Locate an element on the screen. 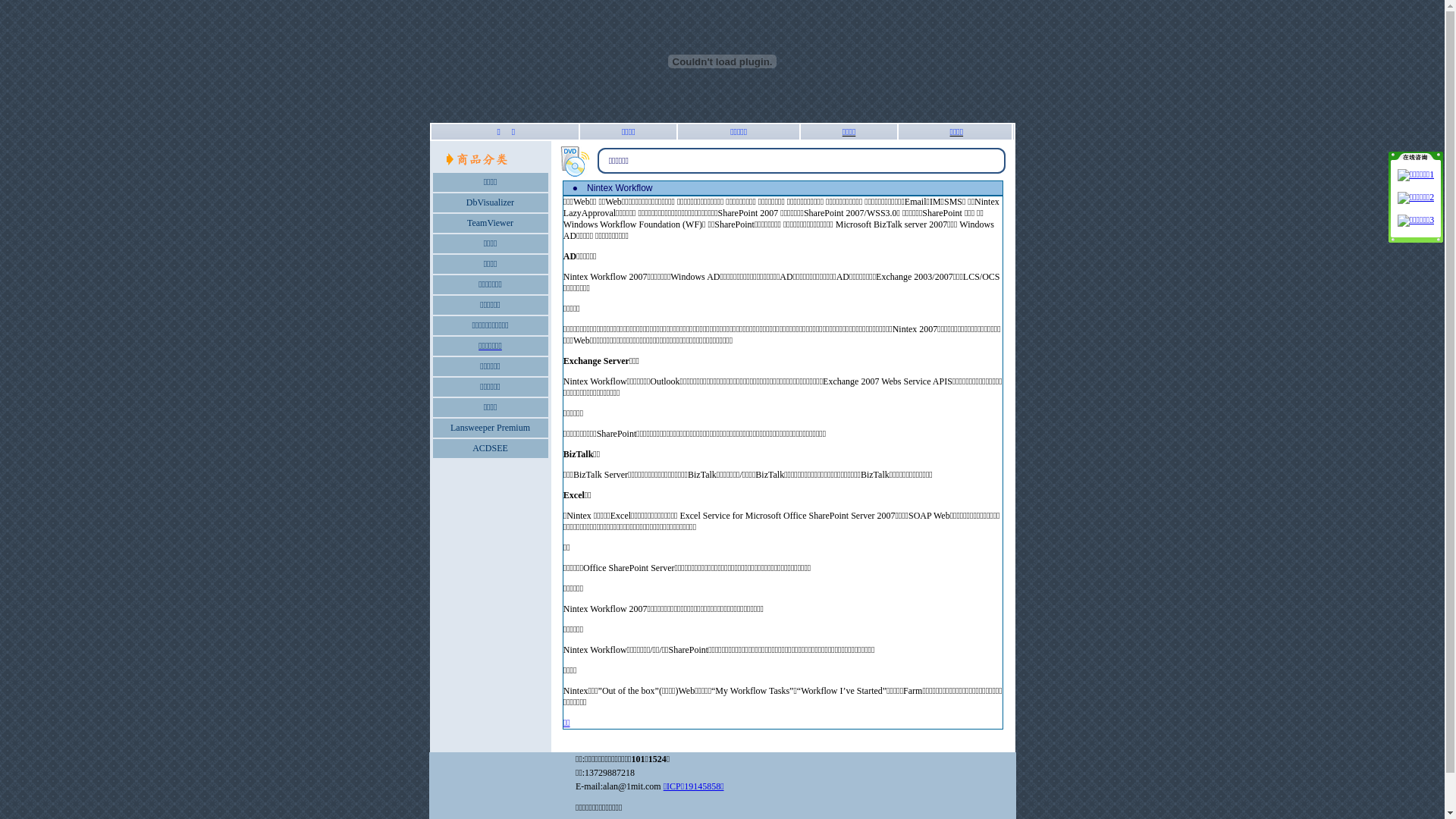 The width and height of the screenshot is (1456, 819). 'ACDSEE' is located at coordinates (490, 447).